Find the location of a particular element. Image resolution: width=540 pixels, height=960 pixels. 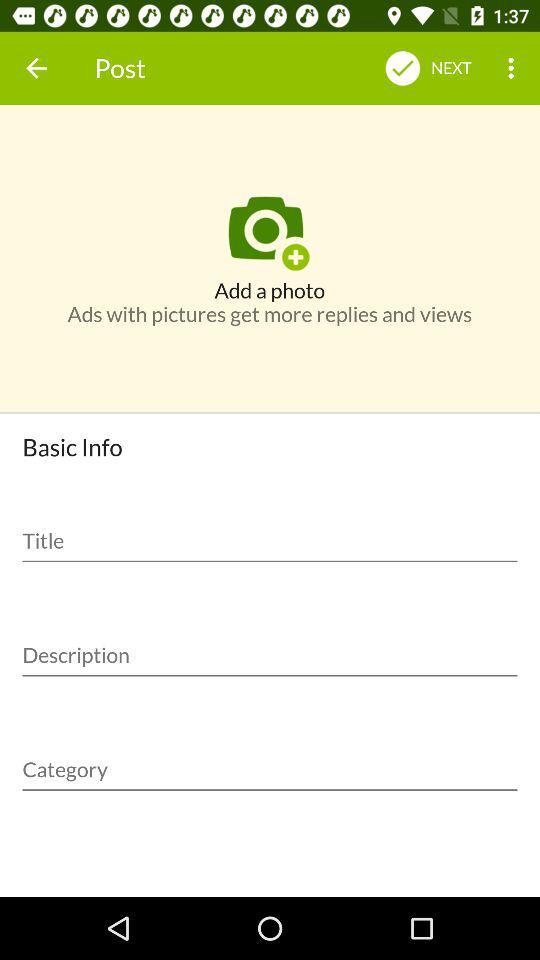

the item below basic info is located at coordinates (270, 533).